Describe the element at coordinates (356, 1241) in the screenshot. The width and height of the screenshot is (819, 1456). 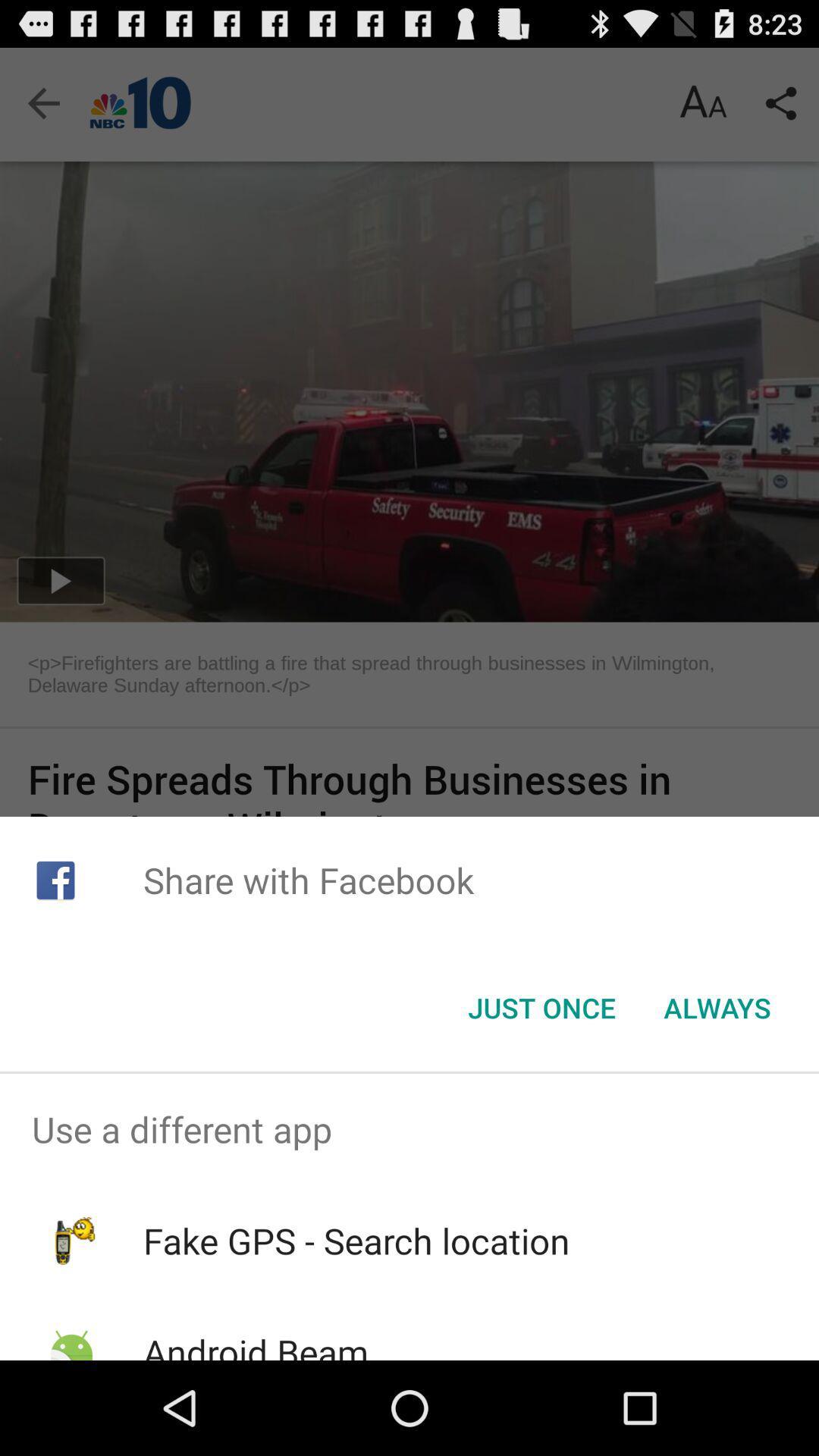
I see `the item above the android beam icon` at that location.